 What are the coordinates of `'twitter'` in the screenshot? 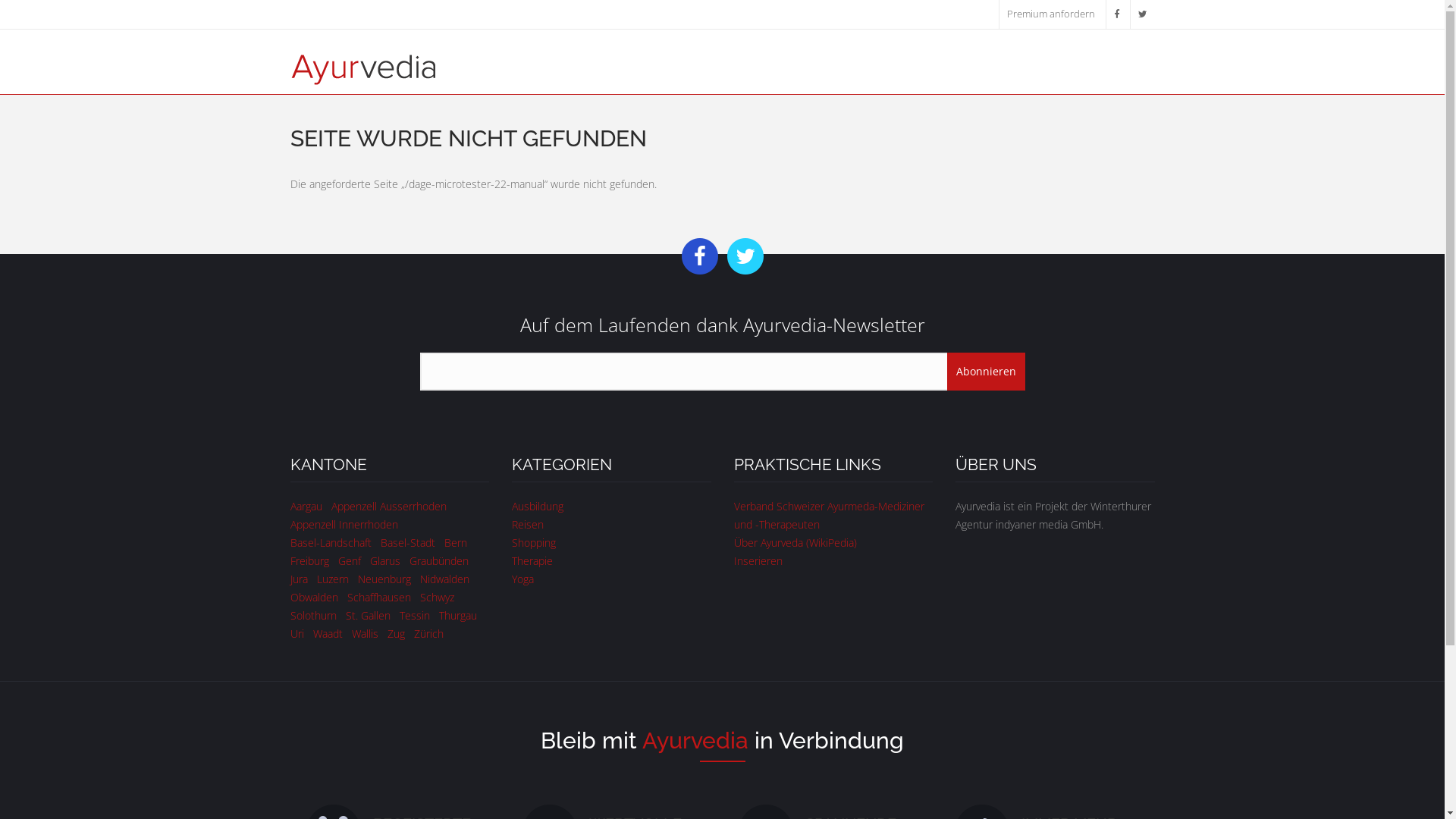 It's located at (1142, 14).